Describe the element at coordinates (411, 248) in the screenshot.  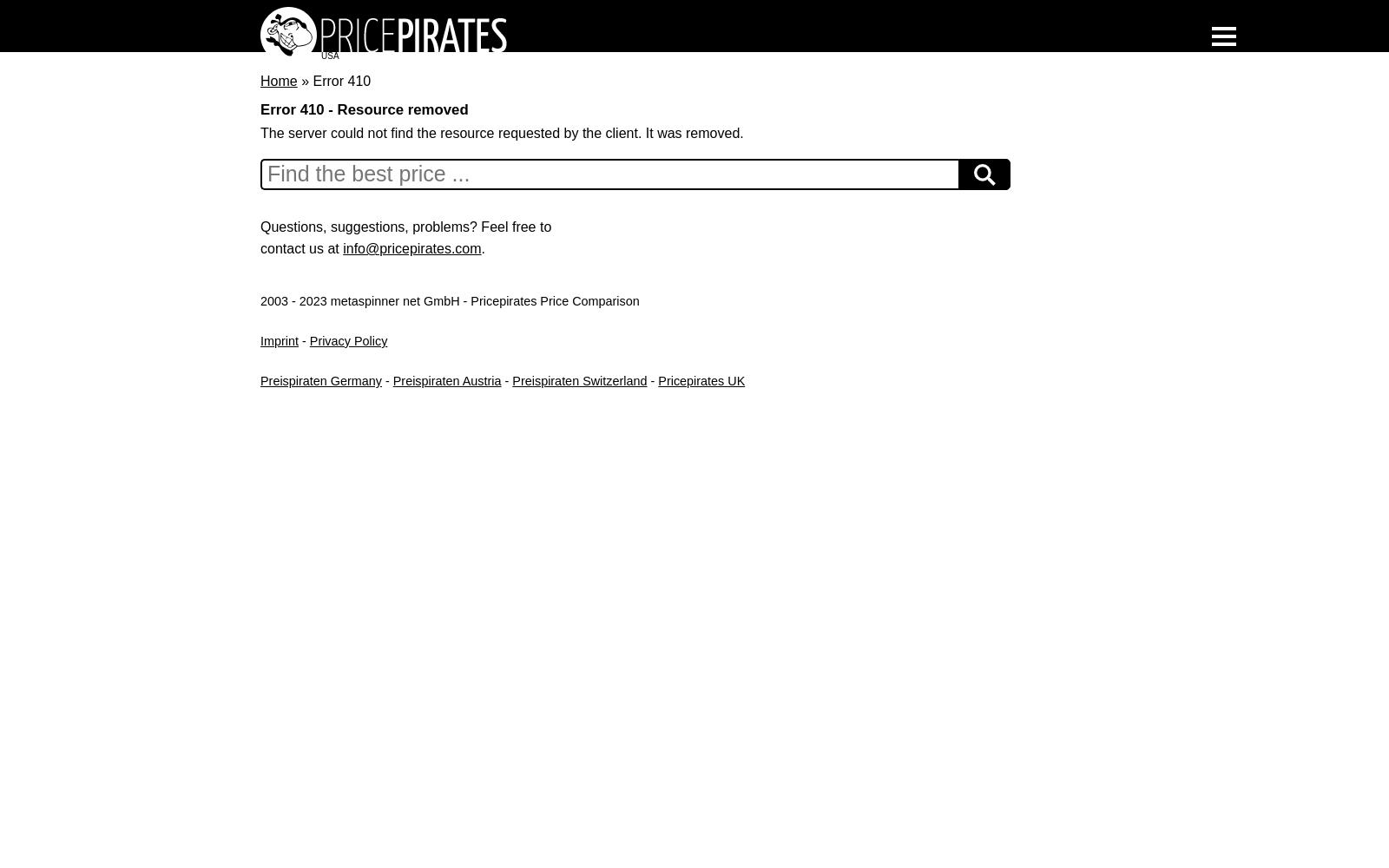
I see `'info@pricepirates.com'` at that location.